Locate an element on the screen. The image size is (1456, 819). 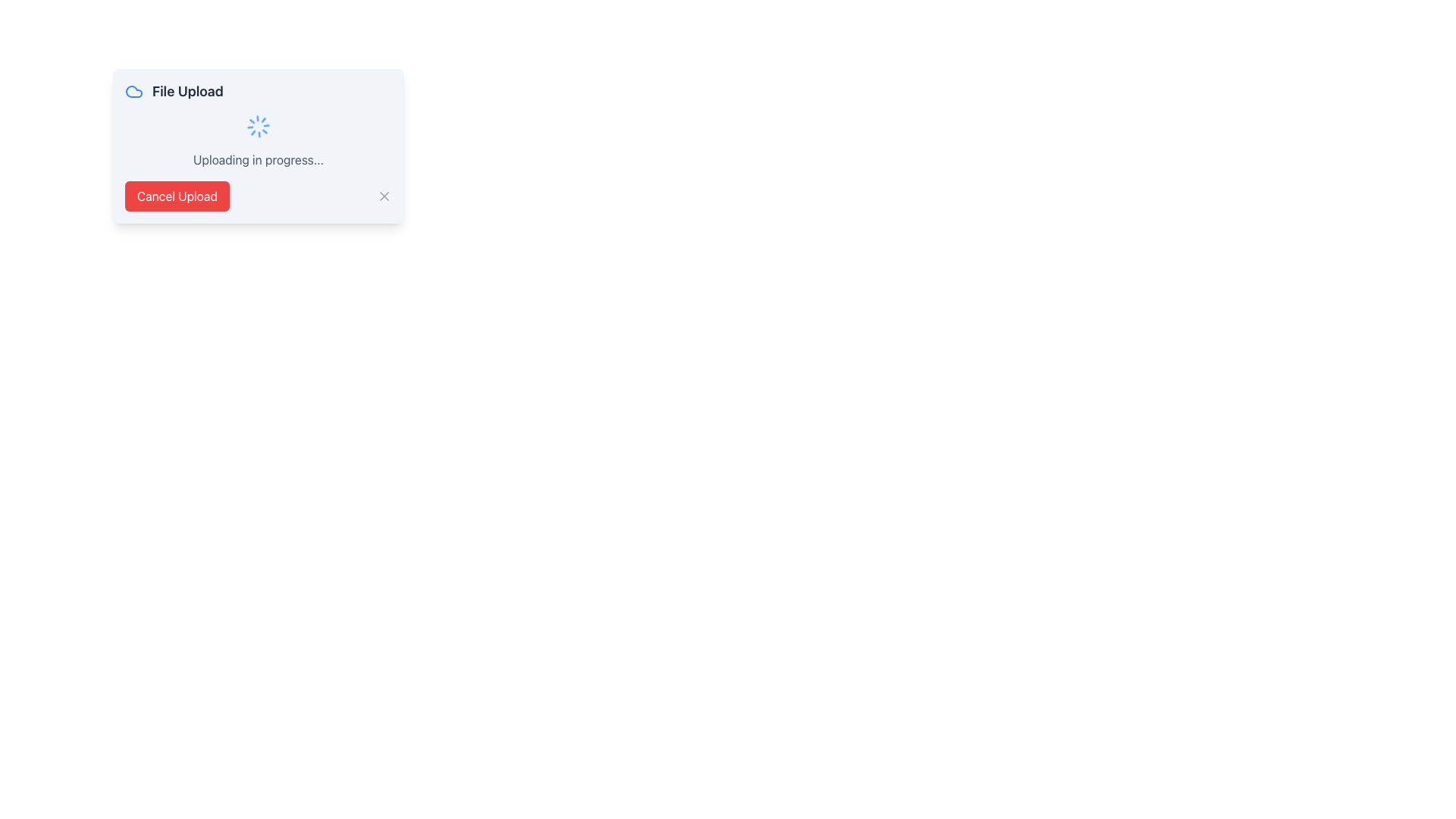
the Text Label that indicates the interface or section related to uploading files, located in the upper-left quadrant of the dialog box, to the right of a blue cloud icon is located at coordinates (187, 91).